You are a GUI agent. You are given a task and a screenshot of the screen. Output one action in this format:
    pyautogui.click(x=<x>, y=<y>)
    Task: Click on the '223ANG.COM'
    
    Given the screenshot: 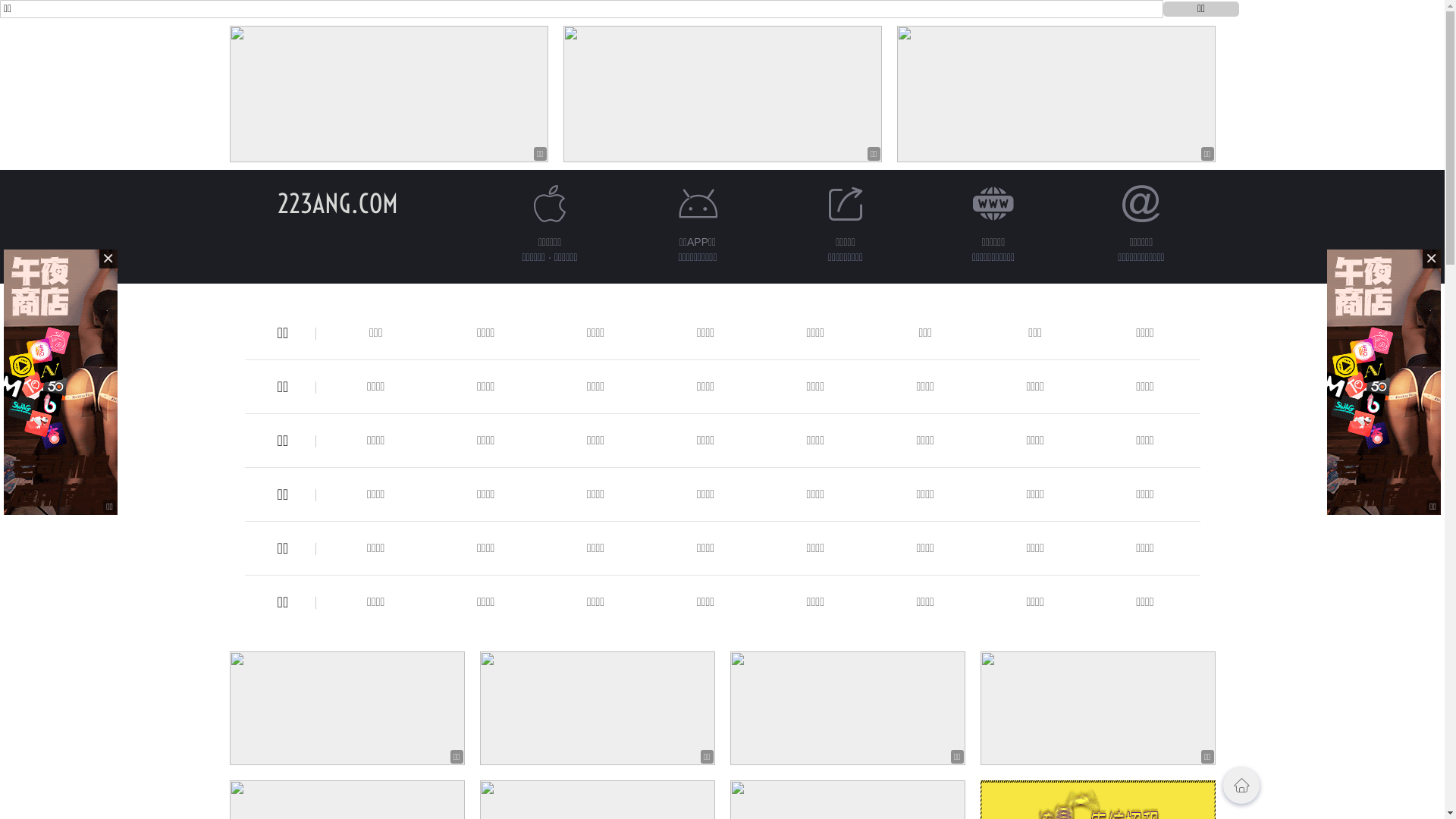 What is the action you would take?
    pyautogui.click(x=337, y=202)
    